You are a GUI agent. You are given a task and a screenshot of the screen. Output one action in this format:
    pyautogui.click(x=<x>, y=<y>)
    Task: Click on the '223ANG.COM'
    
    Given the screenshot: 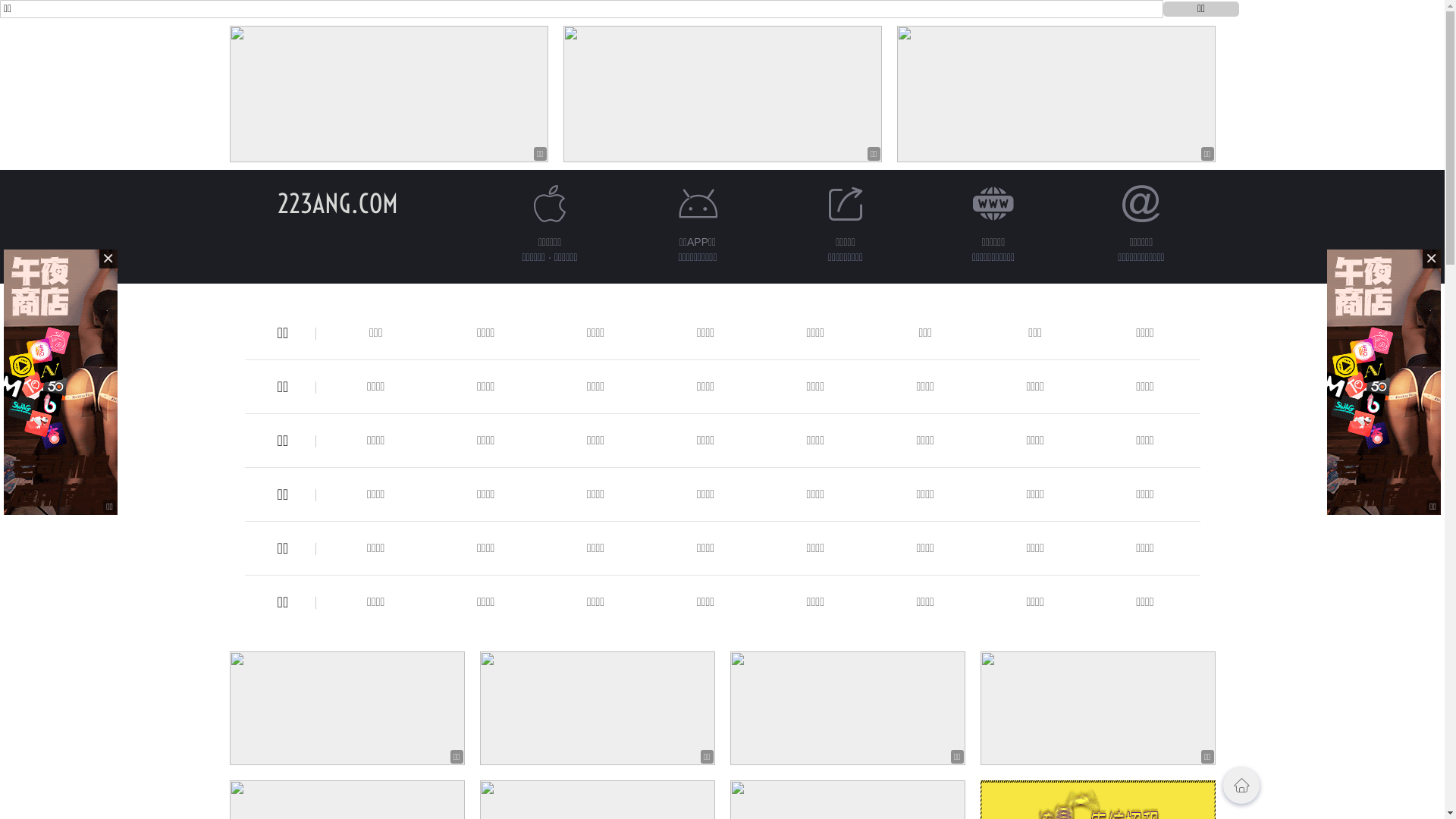 What is the action you would take?
    pyautogui.click(x=337, y=202)
    